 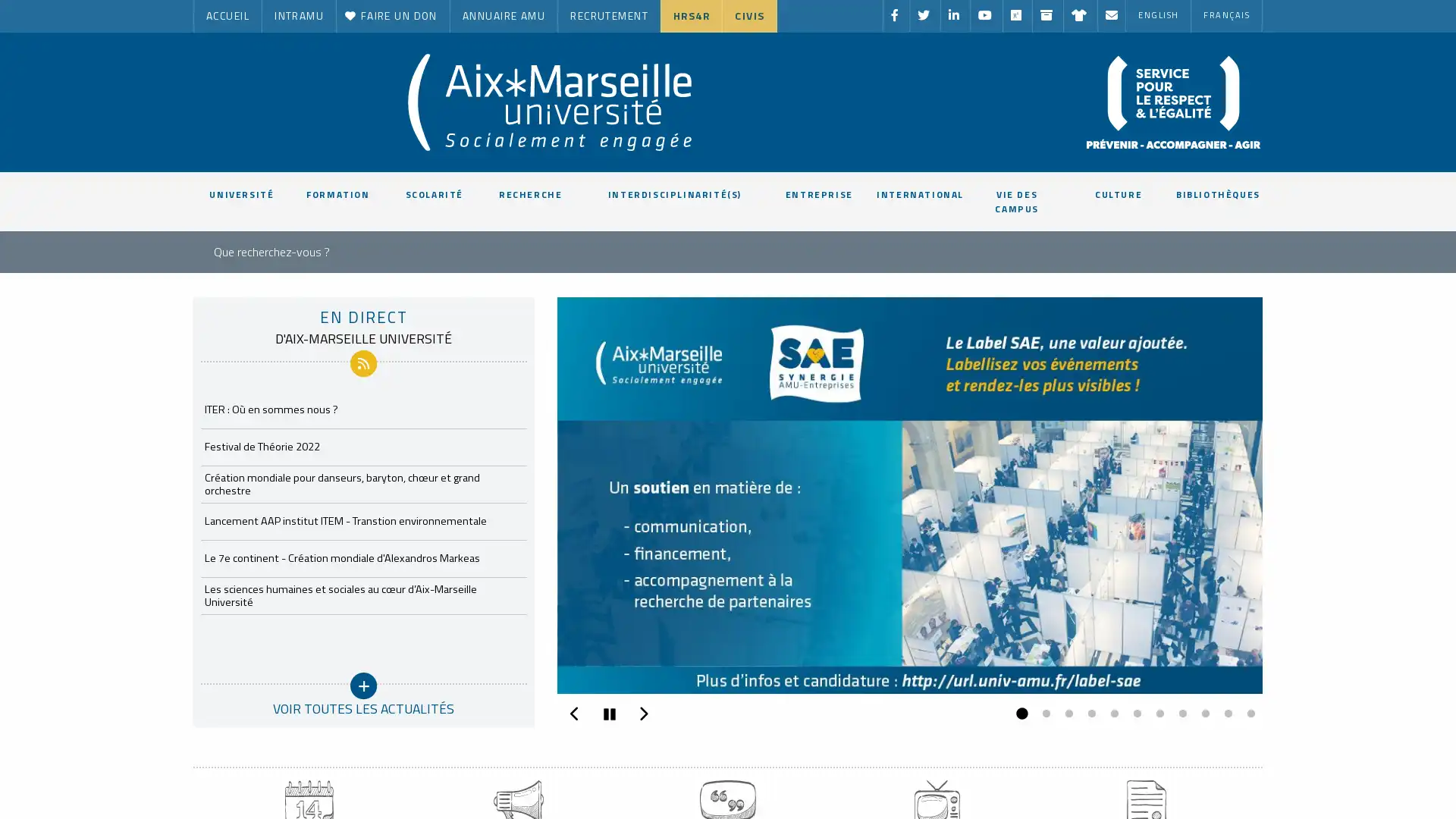 I want to click on Go to slide 4, so click(x=1087, y=714).